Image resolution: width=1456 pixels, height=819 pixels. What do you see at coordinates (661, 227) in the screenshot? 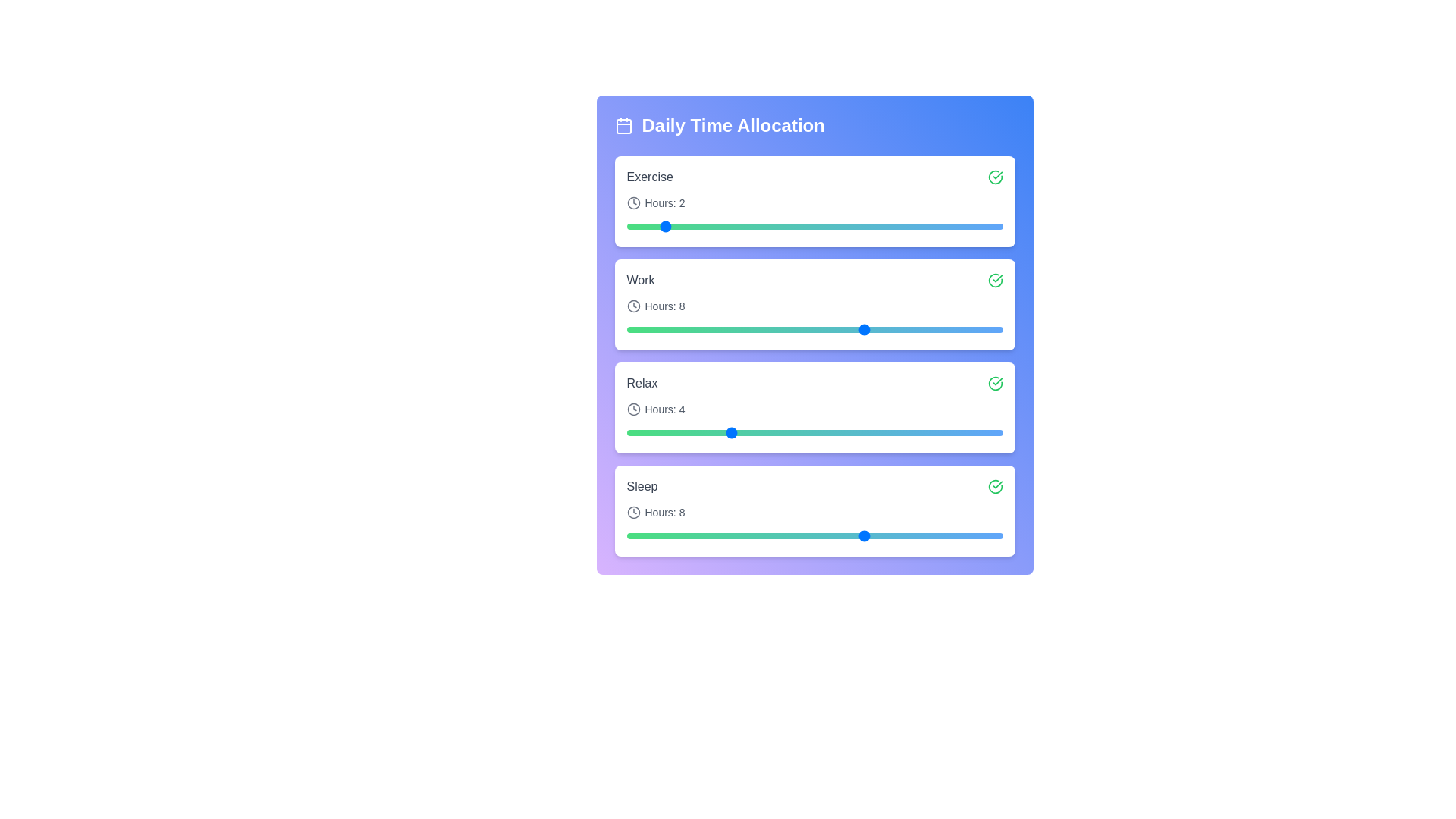
I see `the time allocation for a task by setting the slider to 2` at bounding box center [661, 227].